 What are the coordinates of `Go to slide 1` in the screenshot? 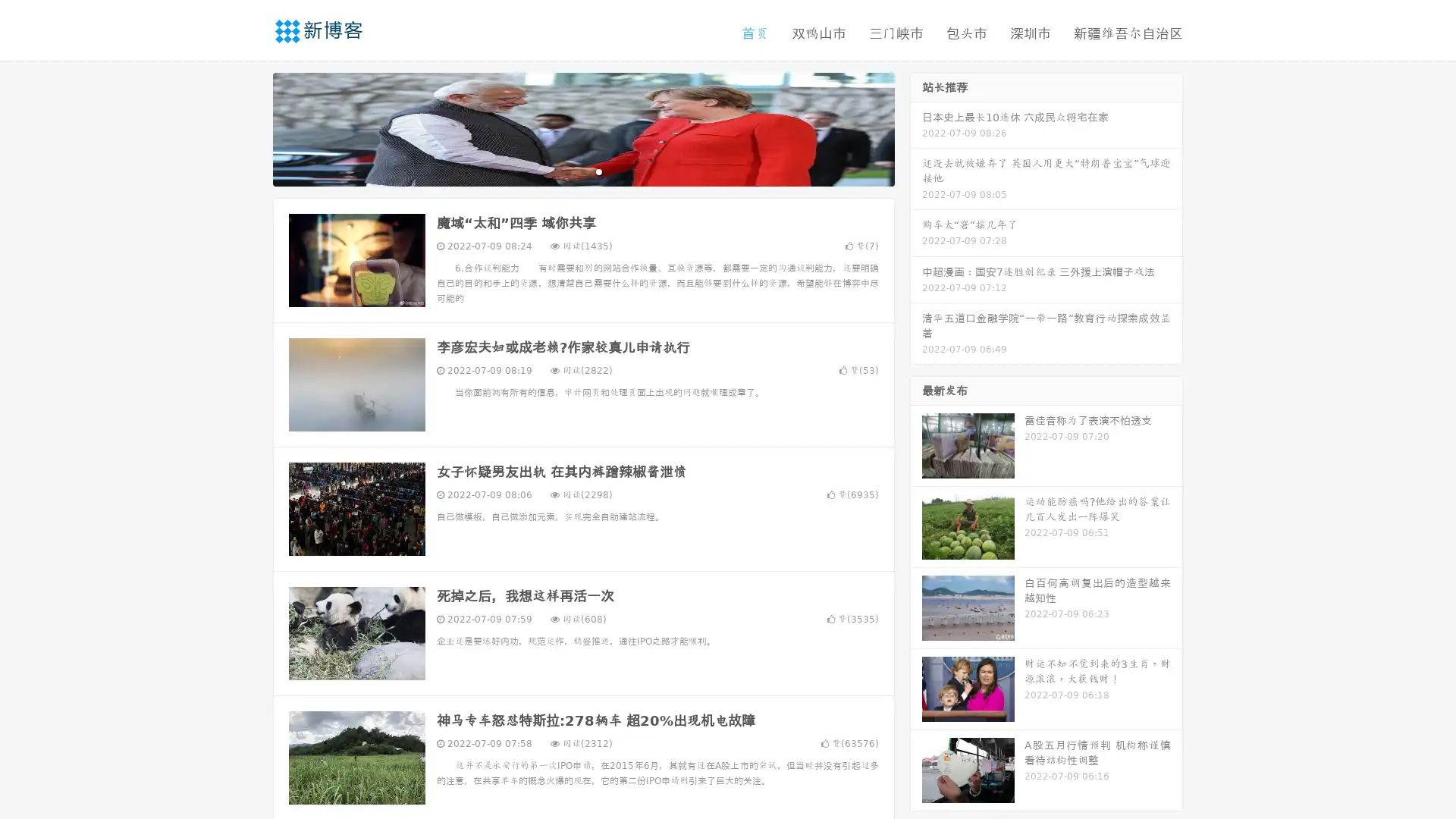 It's located at (567, 171).